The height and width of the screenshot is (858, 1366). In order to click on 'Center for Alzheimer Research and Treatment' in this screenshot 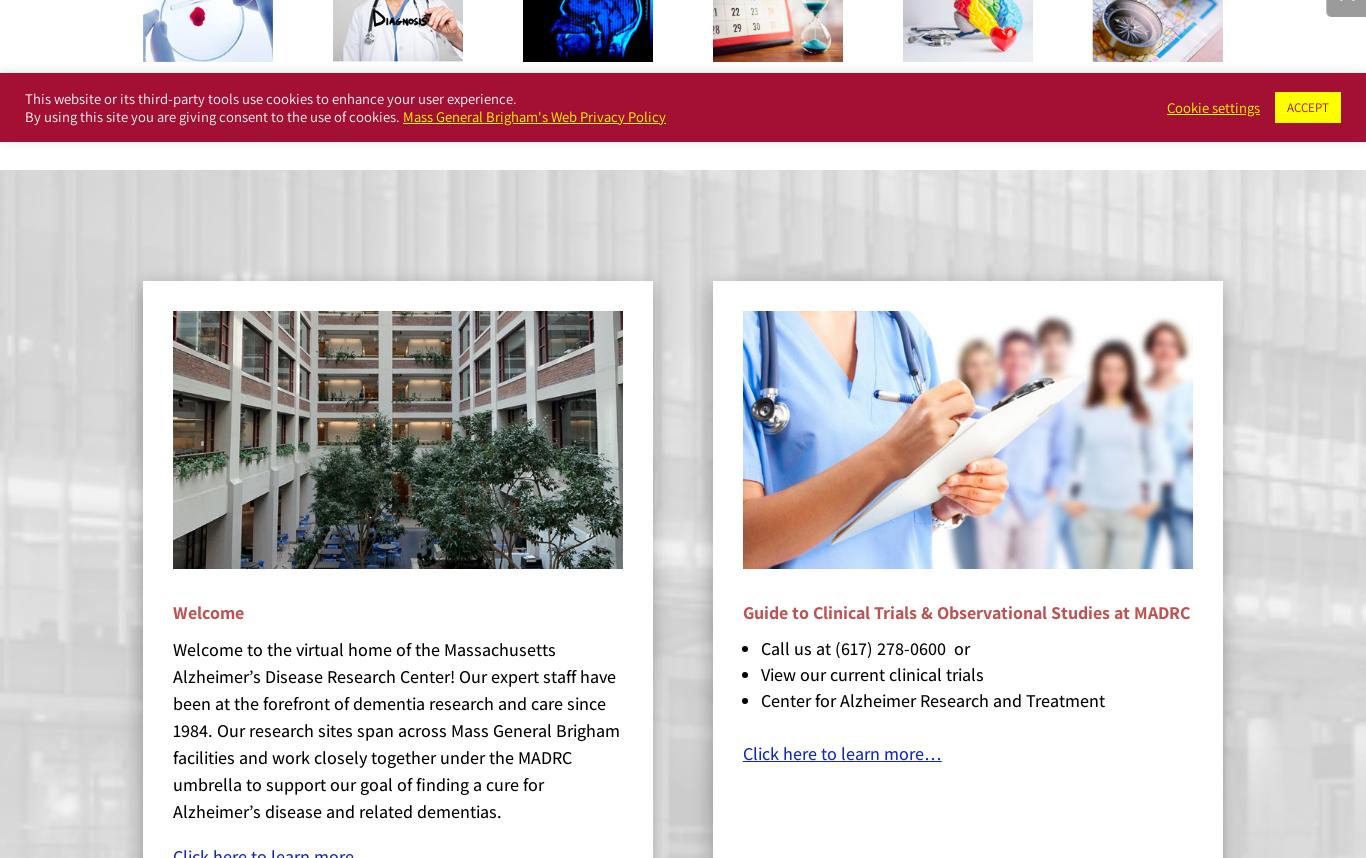, I will do `click(760, 699)`.